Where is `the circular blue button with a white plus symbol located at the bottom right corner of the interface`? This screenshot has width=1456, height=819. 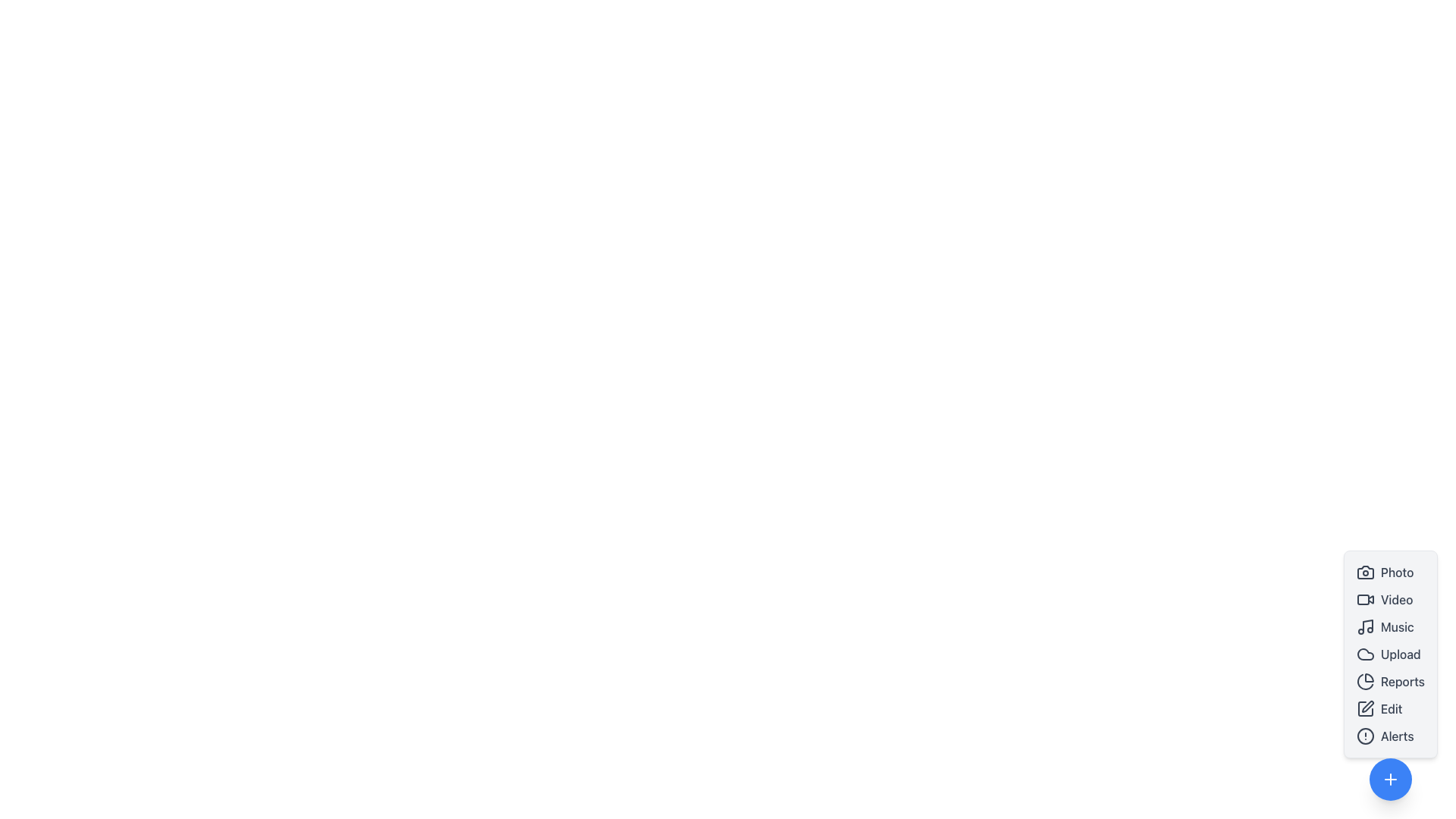 the circular blue button with a white plus symbol located at the bottom right corner of the interface is located at coordinates (1390, 780).